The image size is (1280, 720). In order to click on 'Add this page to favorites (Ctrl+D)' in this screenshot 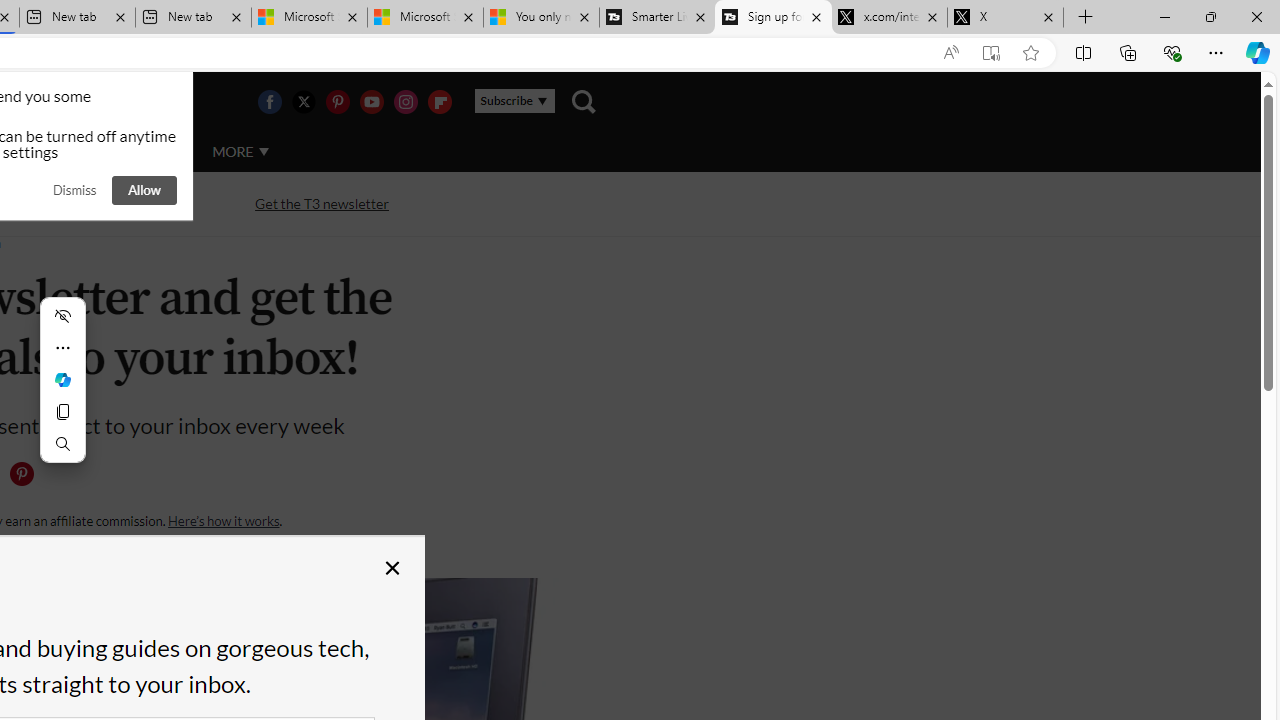, I will do `click(1031, 52)`.